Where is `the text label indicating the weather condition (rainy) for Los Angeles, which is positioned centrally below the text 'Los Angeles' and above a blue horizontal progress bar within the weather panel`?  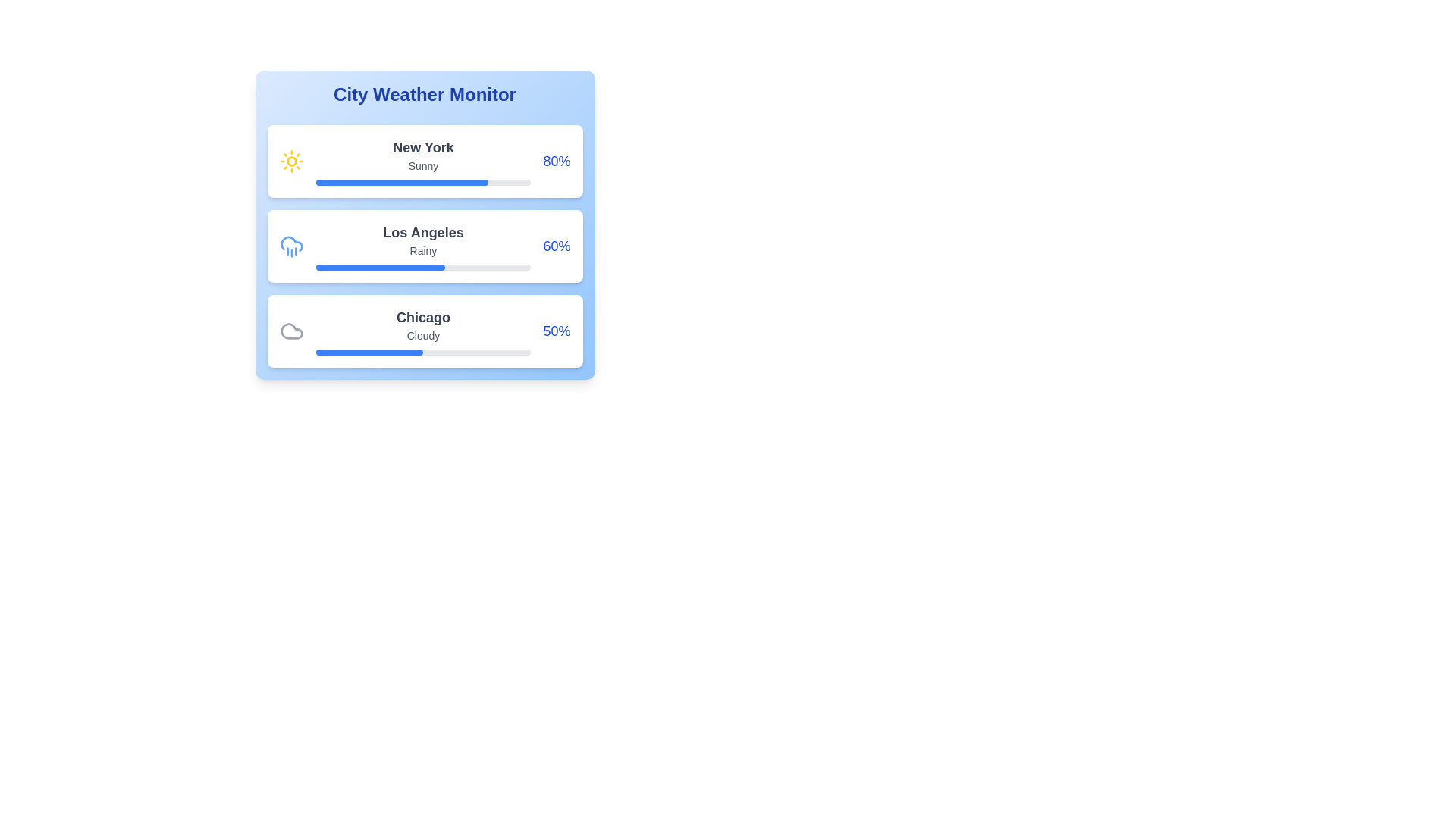
the text label indicating the weather condition (rainy) for Los Angeles, which is positioned centrally below the text 'Los Angeles' and above a blue horizontal progress bar within the weather panel is located at coordinates (423, 250).